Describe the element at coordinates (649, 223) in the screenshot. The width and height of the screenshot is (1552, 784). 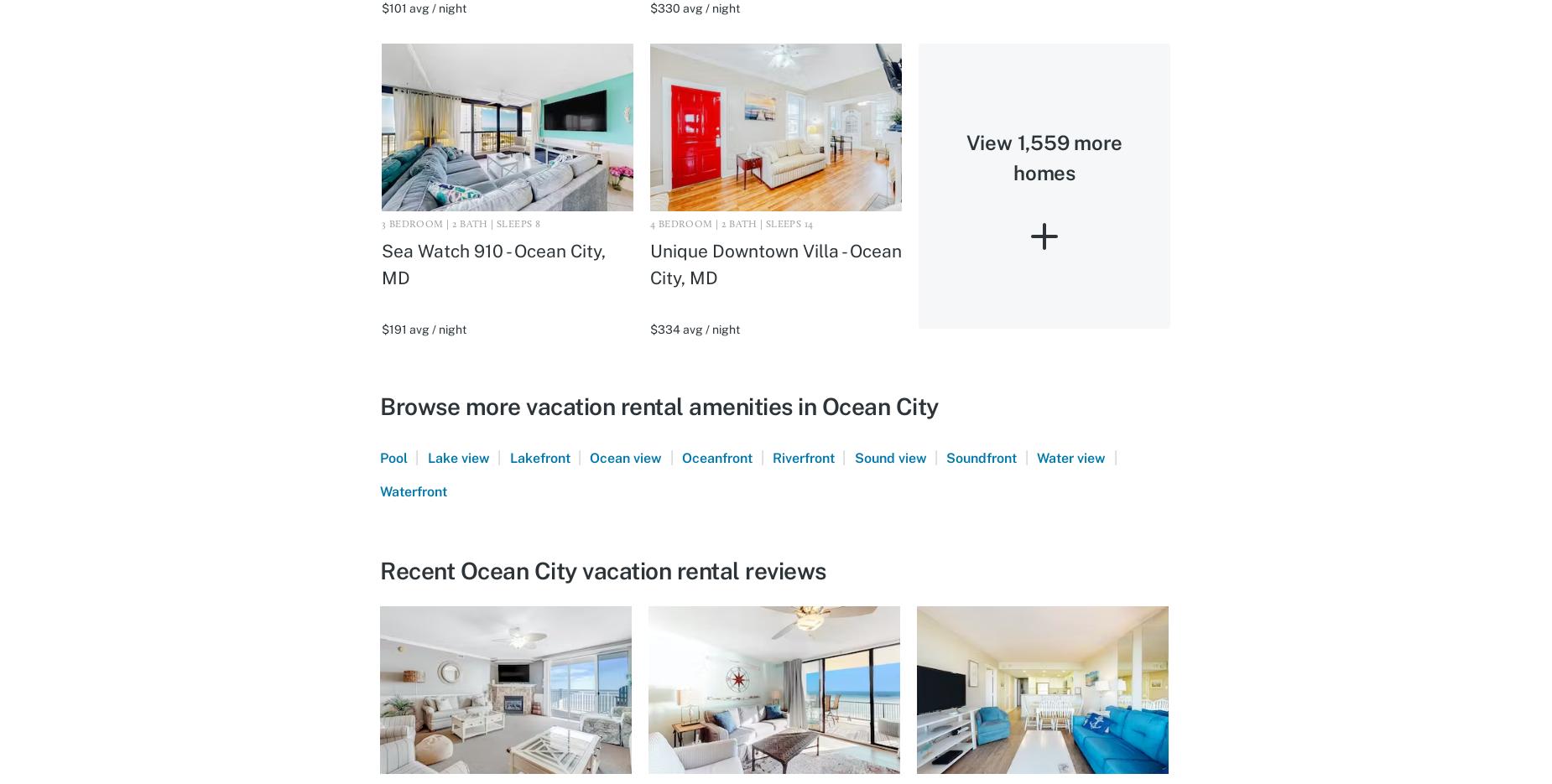
I see `'4 Bedroom | 2 Bath | Sleeps 14'` at that location.